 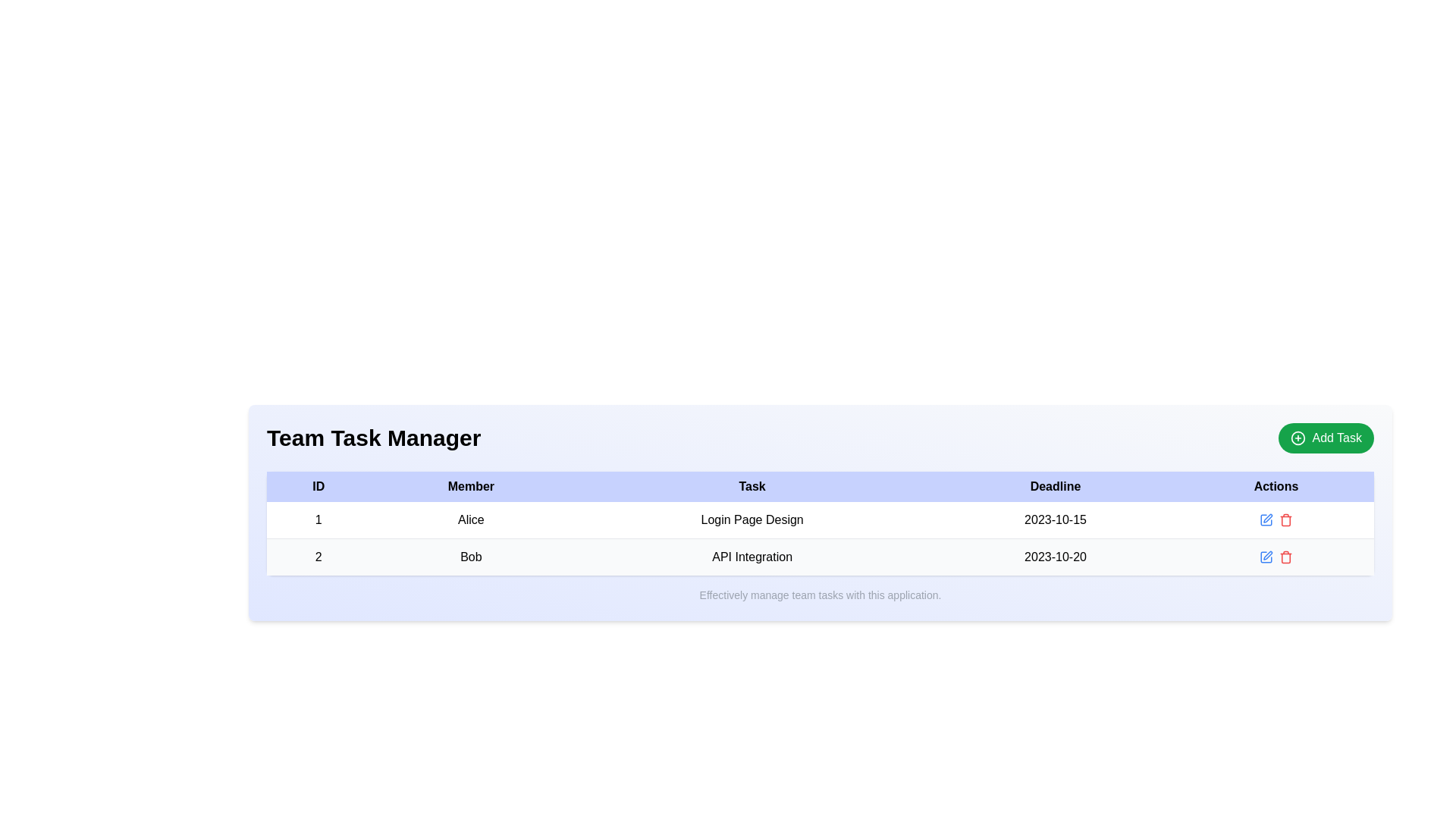 I want to click on the small red-colored trash icon in the 'Actions' column, so click(x=1285, y=557).